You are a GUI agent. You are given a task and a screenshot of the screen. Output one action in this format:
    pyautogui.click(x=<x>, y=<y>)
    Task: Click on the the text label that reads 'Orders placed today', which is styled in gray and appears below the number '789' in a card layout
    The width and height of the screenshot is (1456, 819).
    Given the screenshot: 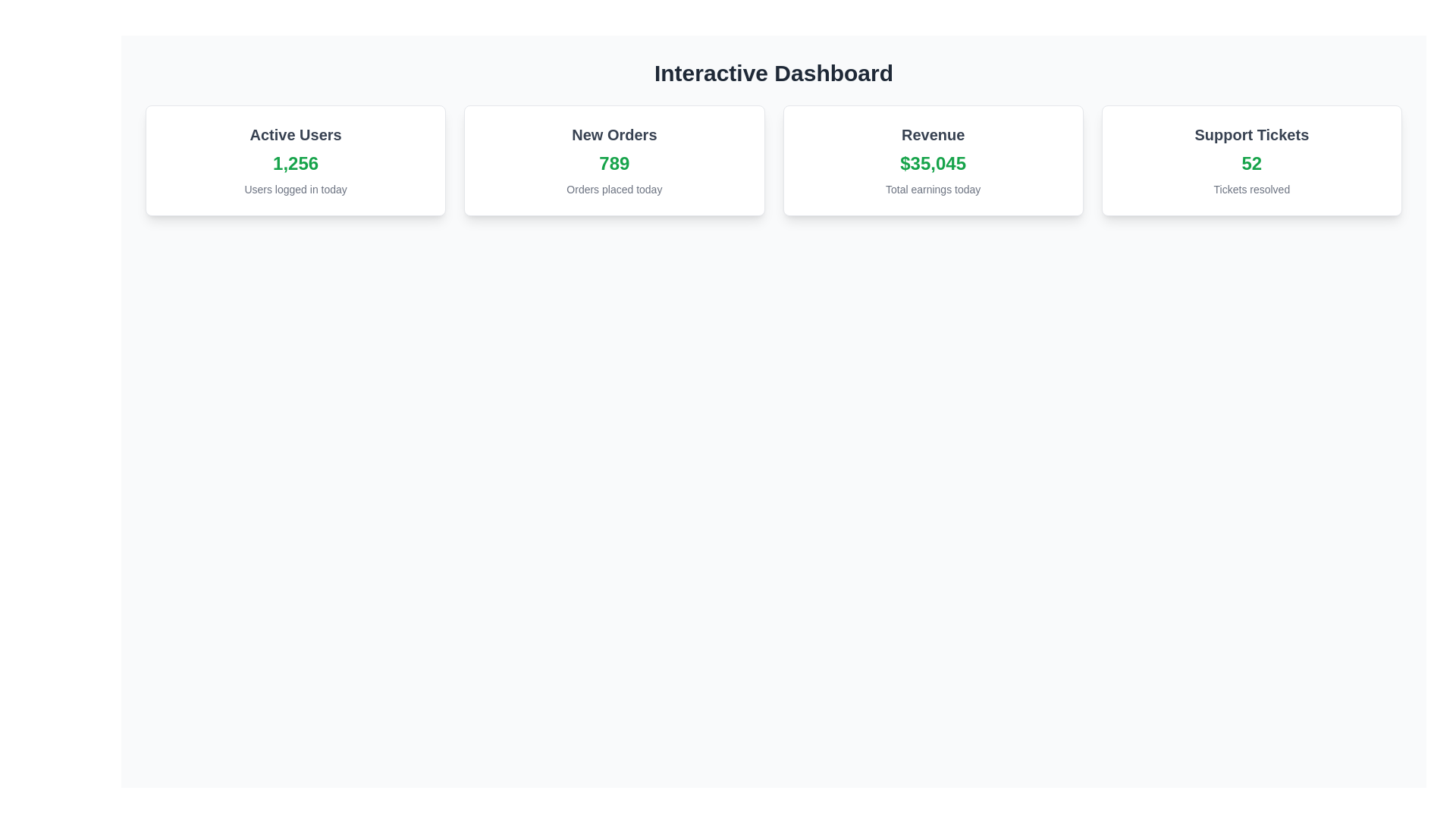 What is the action you would take?
    pyautogui.click(x=614, y=189)
    